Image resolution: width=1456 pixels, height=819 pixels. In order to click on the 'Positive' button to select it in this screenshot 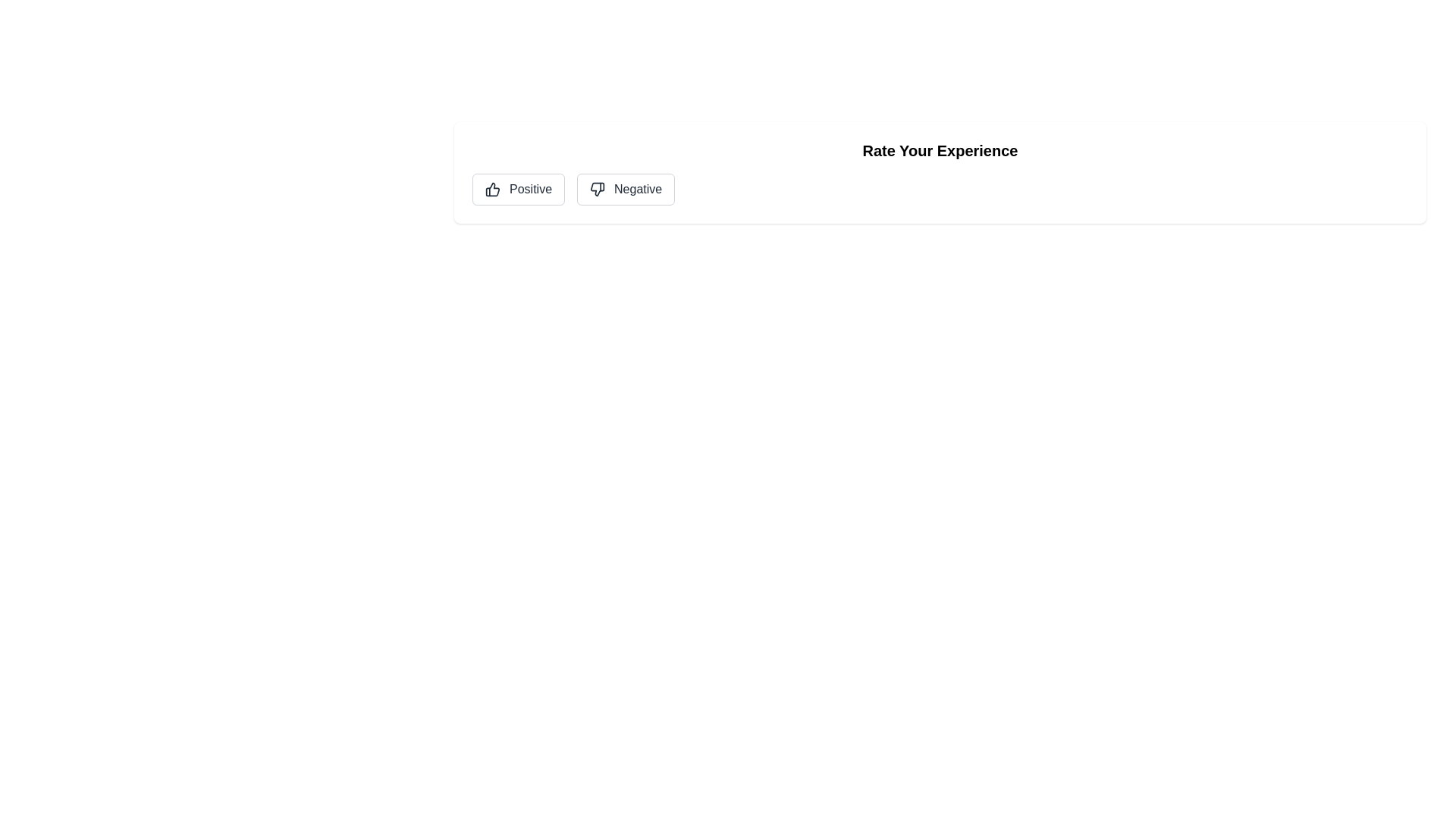, I will do `click(519, 189)`.